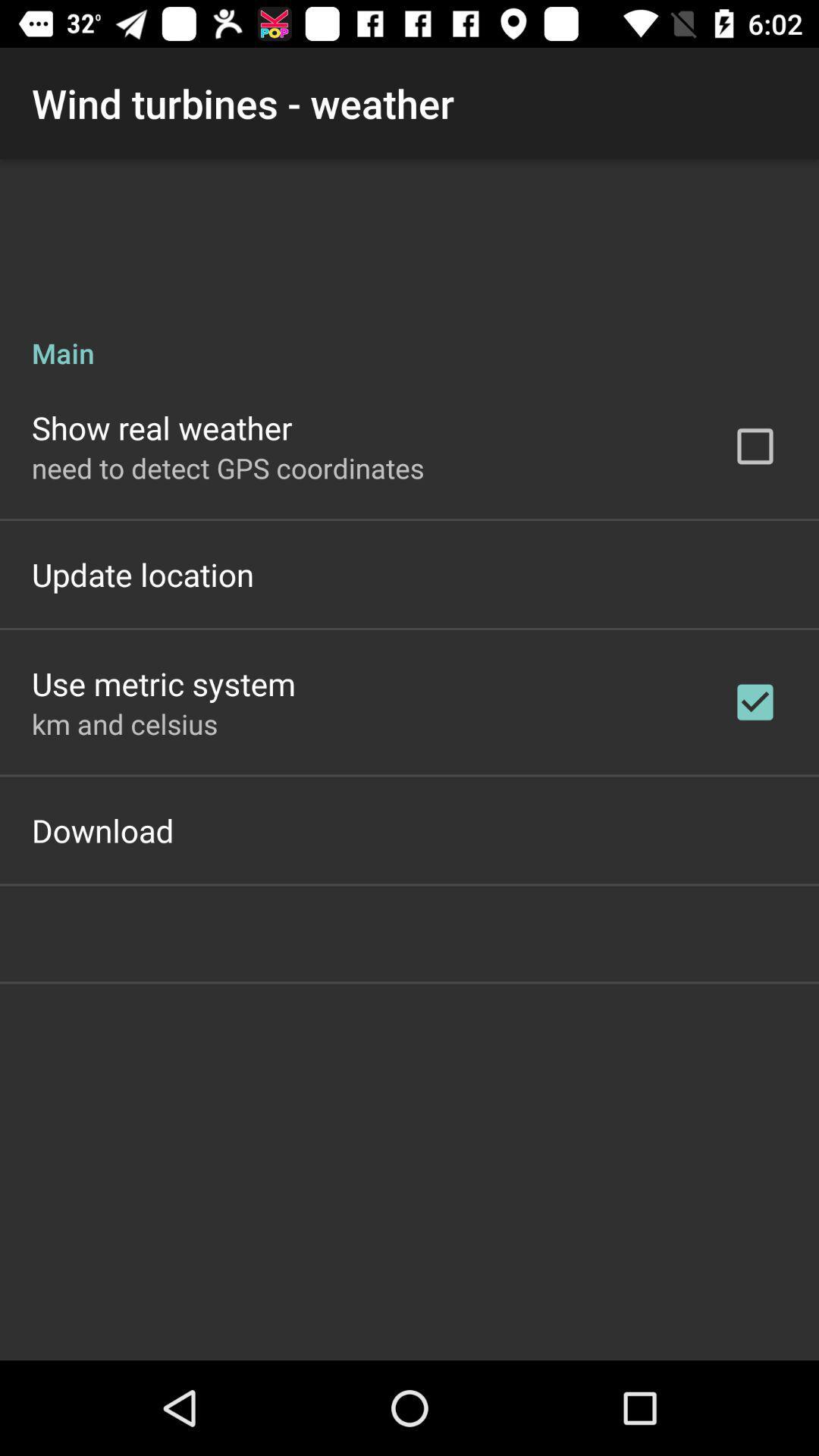  I want to click on item below show real weather, so click(227, 467).